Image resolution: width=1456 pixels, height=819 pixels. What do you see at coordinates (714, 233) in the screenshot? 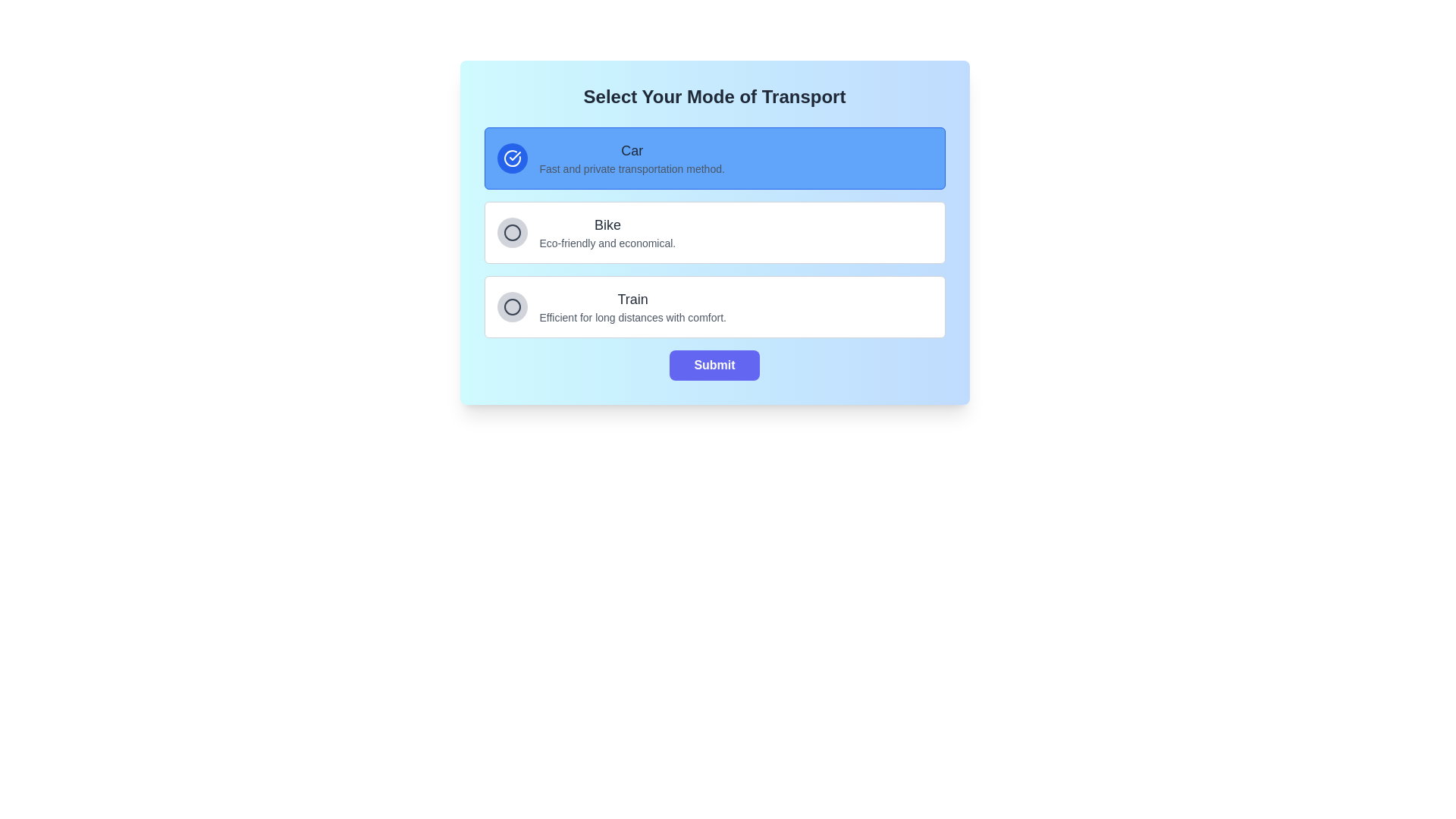
I see `the 'Bike' selectable option in the transportation mode selection menu` at bounding box center [714, 233].